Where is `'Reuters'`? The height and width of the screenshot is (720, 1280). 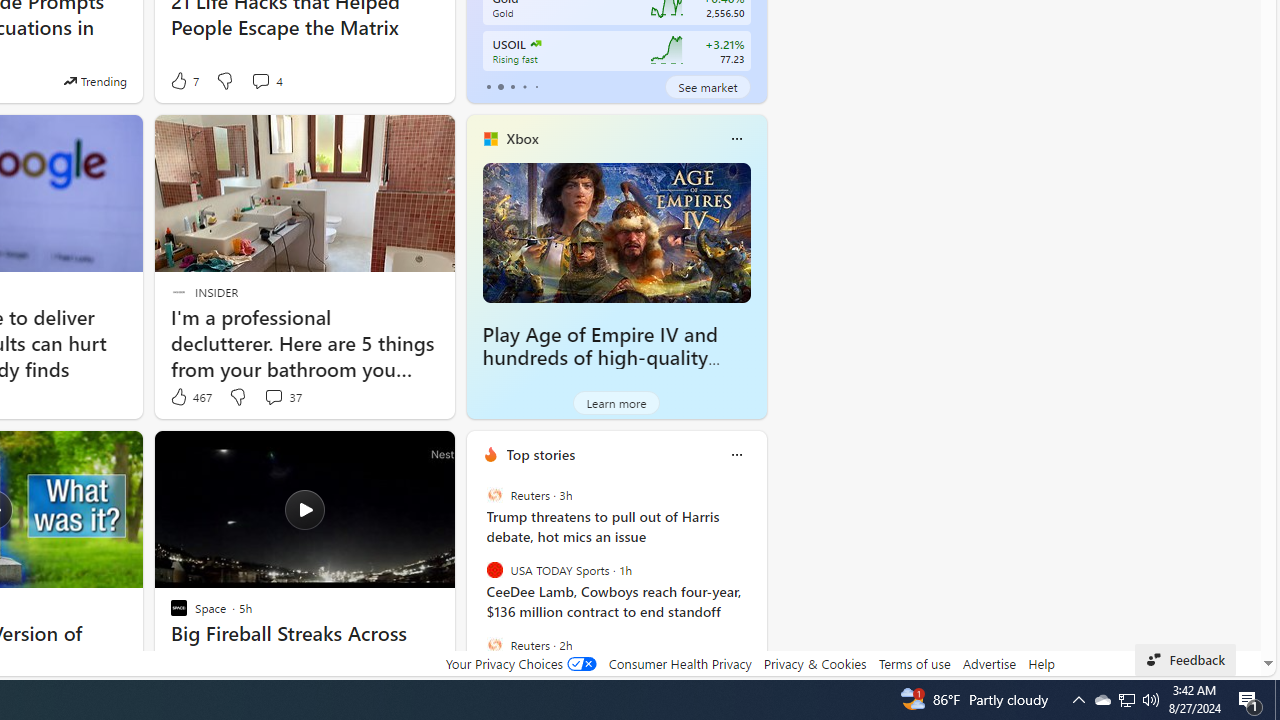
'Reuters' is located at coordinates (494, 644).